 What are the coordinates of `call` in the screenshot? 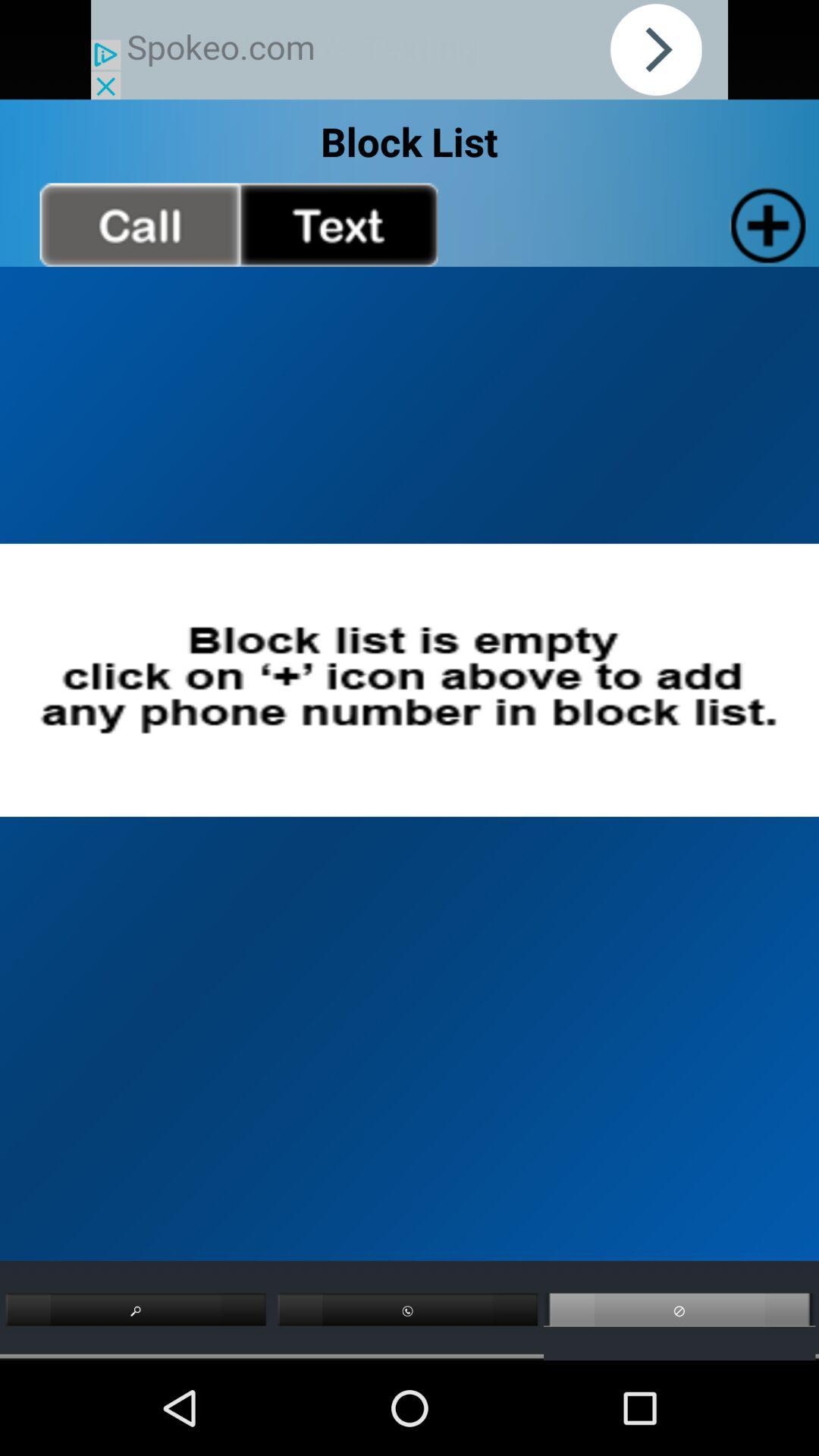 It's located at (139, 224).